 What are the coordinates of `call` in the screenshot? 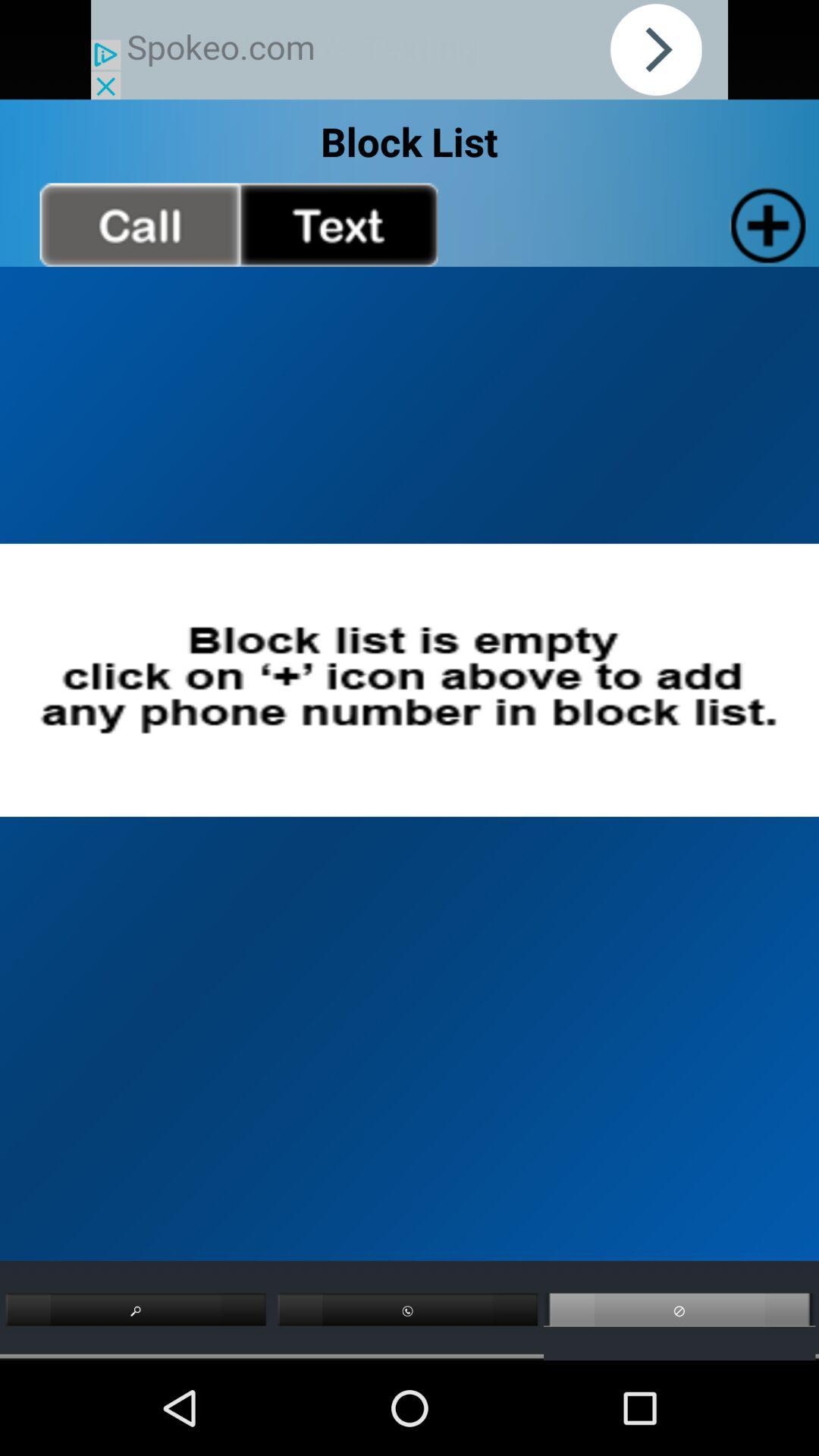 It's located at (139, 224).